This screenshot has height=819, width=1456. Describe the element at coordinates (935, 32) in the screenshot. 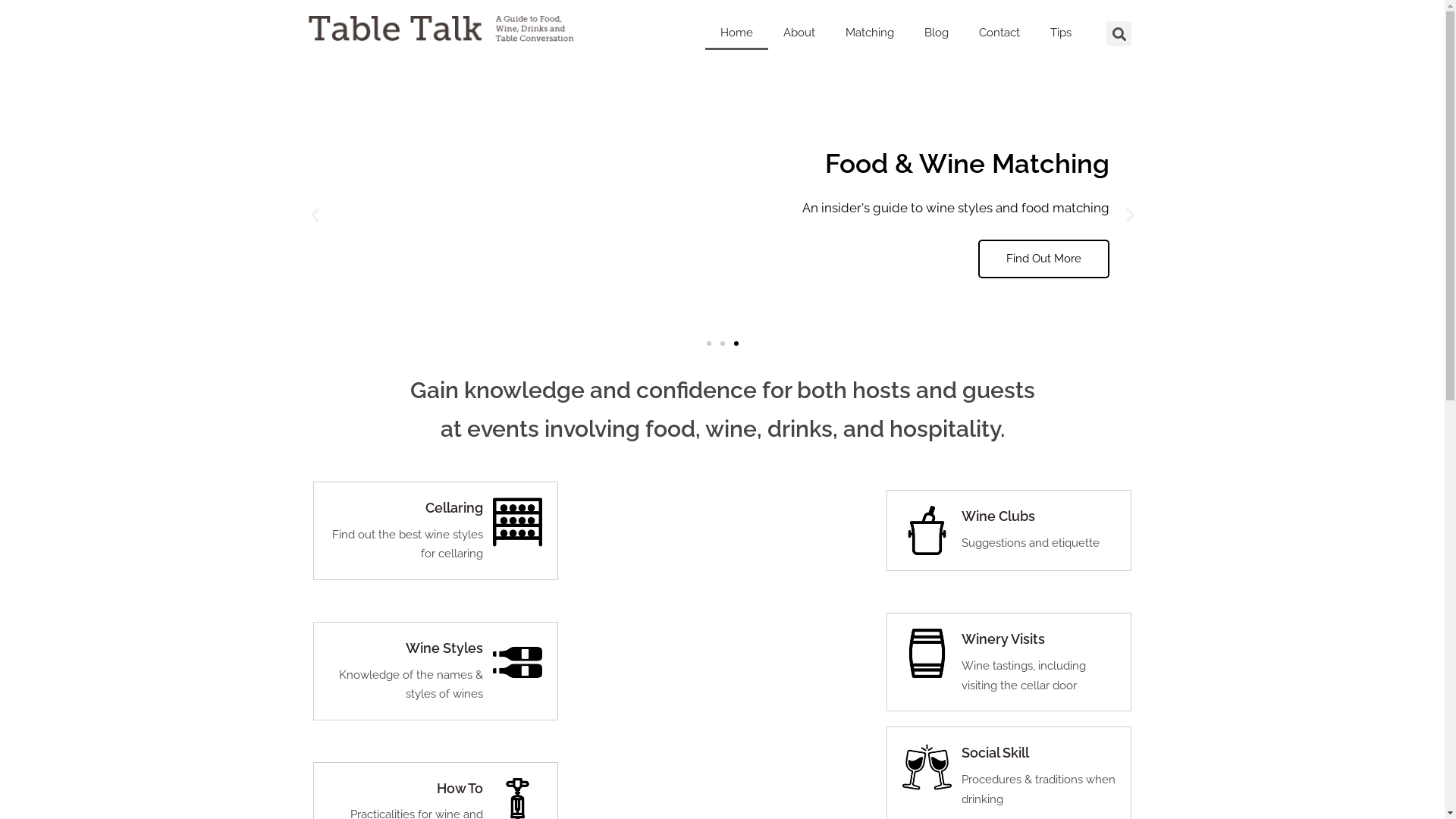

I see `'Blog'` at that location.